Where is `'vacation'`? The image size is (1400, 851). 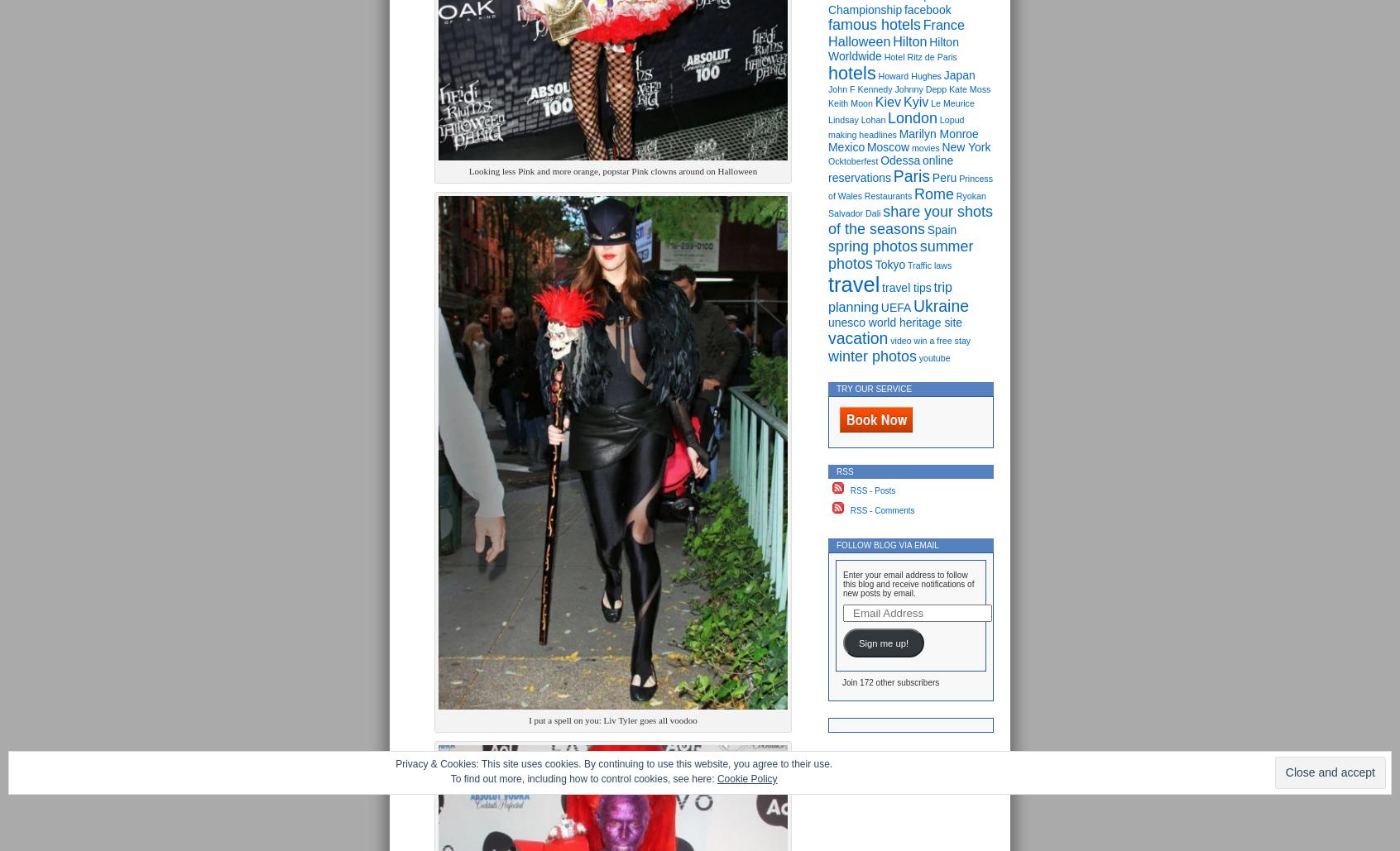 'vacation' is located at coordinates (857, 337).